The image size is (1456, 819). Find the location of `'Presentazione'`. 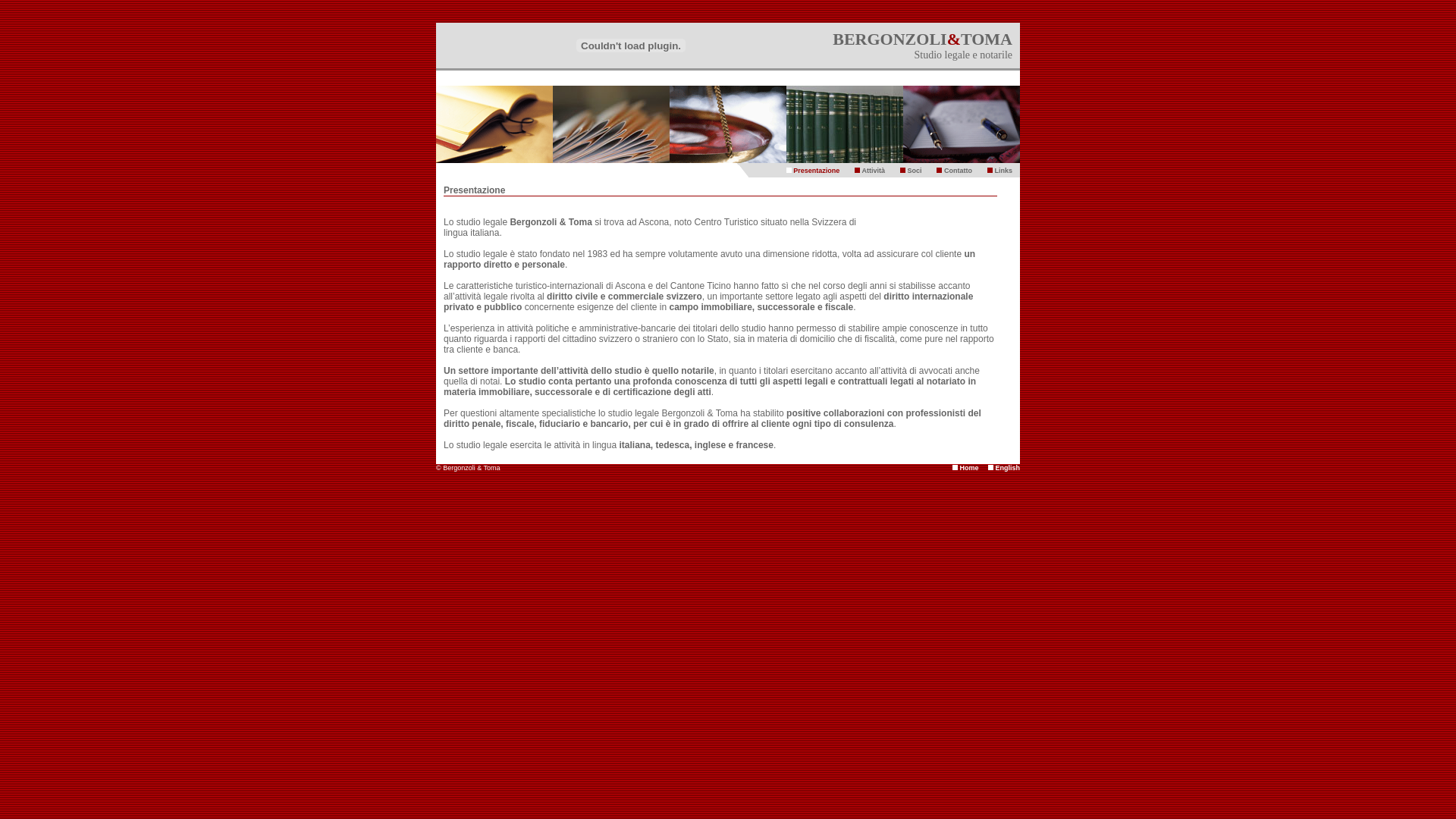

'Presentazione' is located at coordinates (814, 170).